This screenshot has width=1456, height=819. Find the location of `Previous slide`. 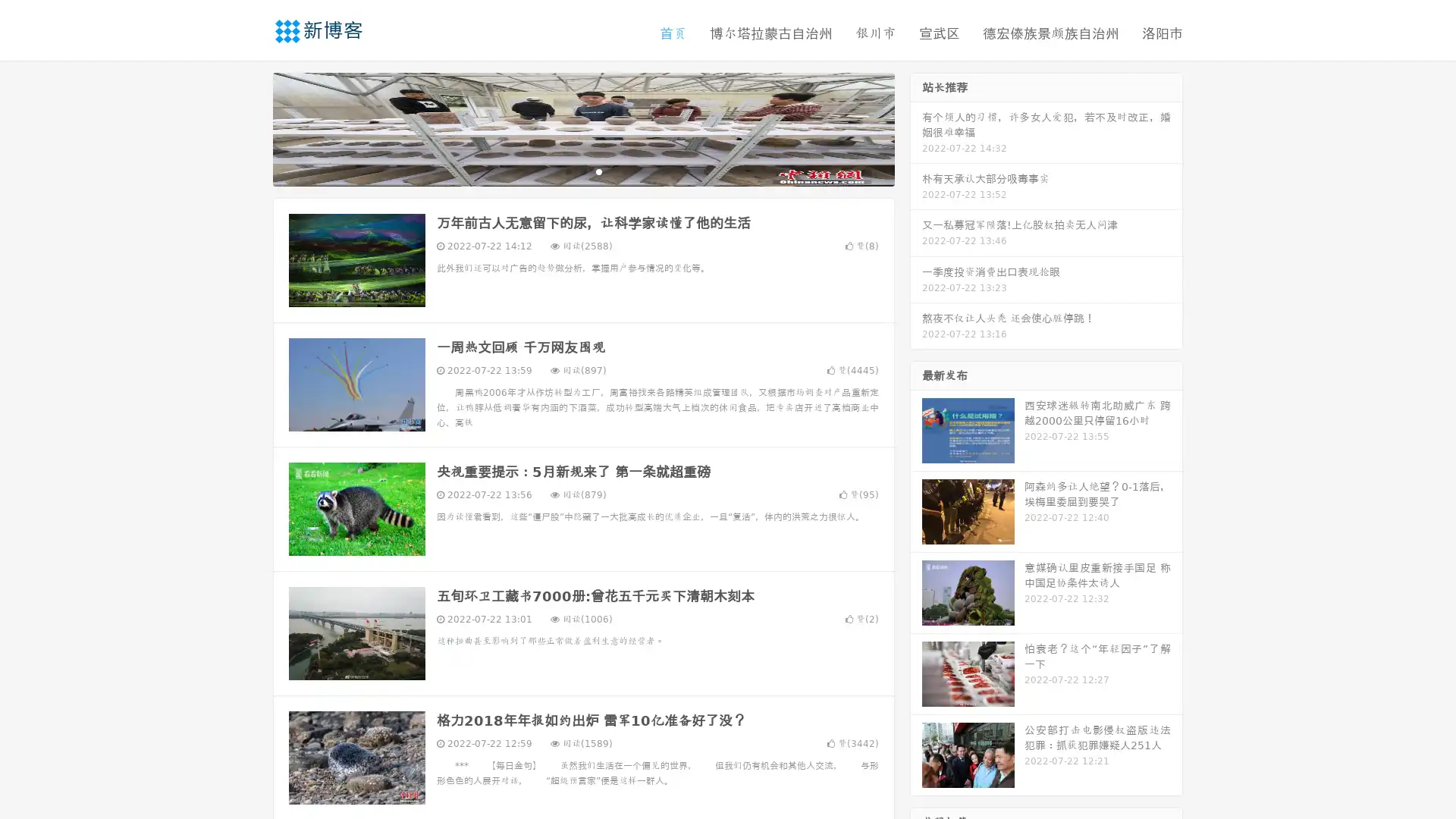

Previous slide is located at coordinates (250, 127).